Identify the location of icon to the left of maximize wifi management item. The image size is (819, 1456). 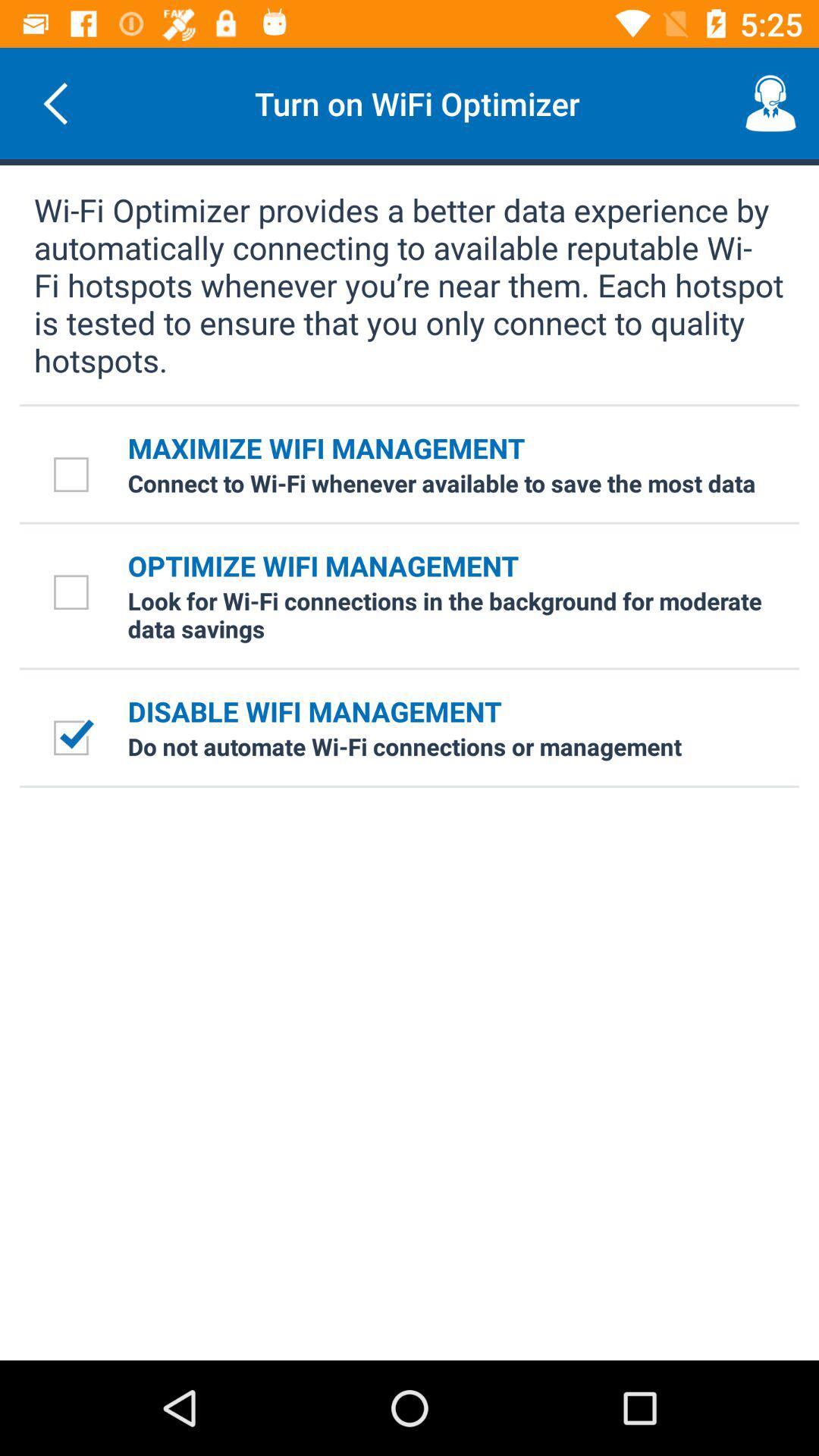
(74, 473).